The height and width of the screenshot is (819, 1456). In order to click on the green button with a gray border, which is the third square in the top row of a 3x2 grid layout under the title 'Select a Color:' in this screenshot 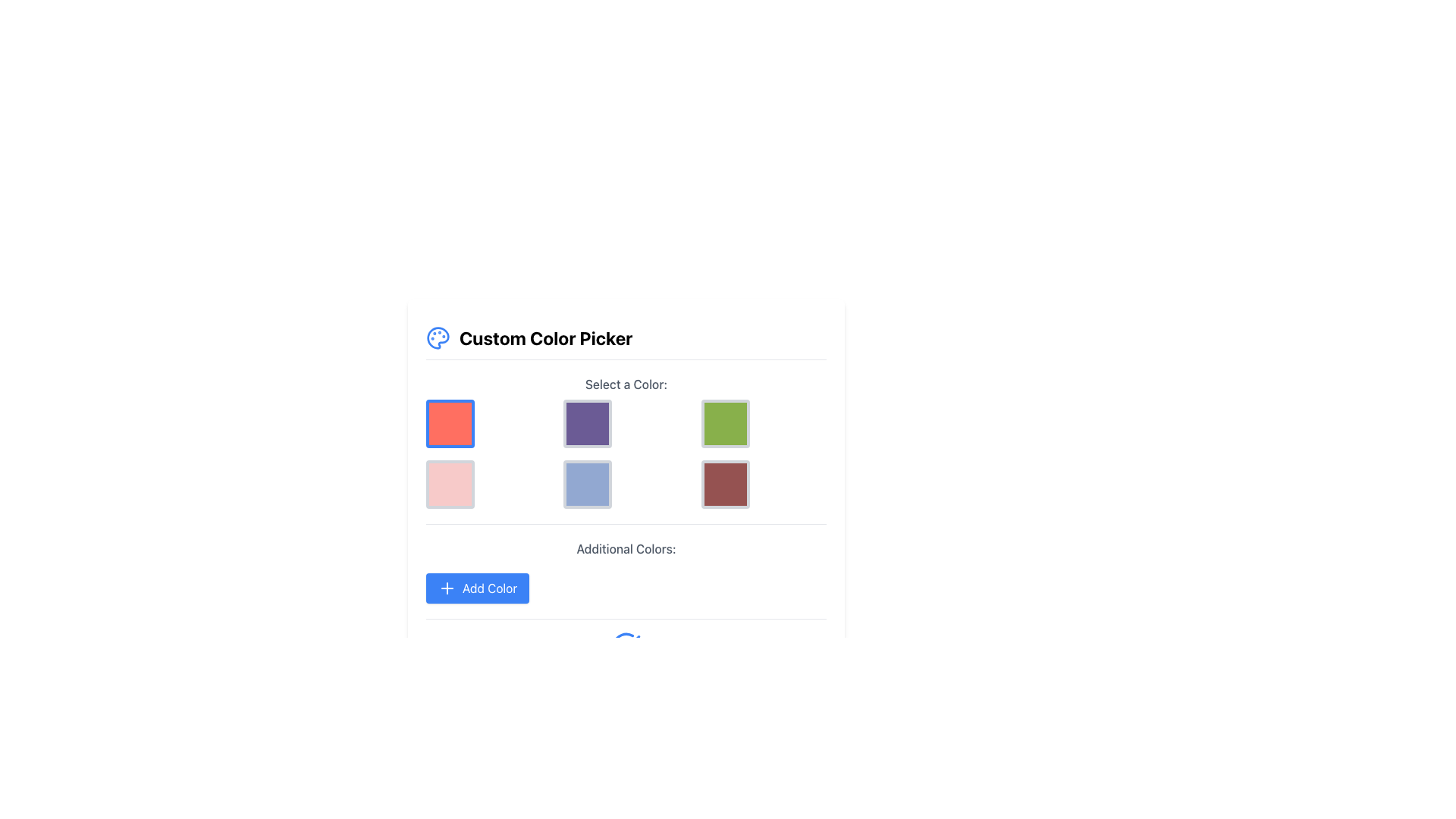, I will do `click(724, 424)`.